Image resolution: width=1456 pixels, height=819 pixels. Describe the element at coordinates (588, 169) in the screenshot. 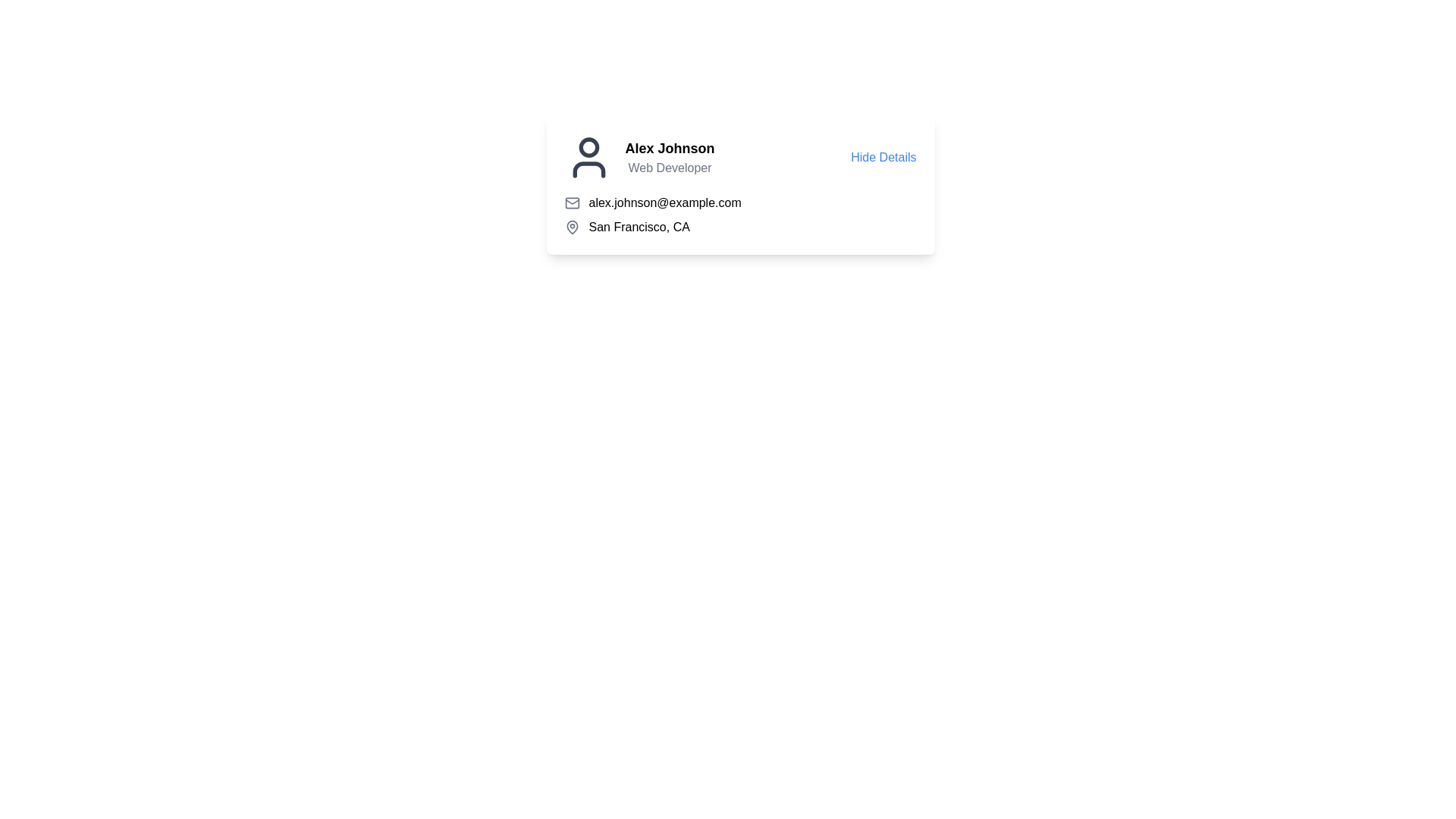

I see `the bottom segment of the user profile icon, which is a curved line located below the circular head portion of the icon` at that location.